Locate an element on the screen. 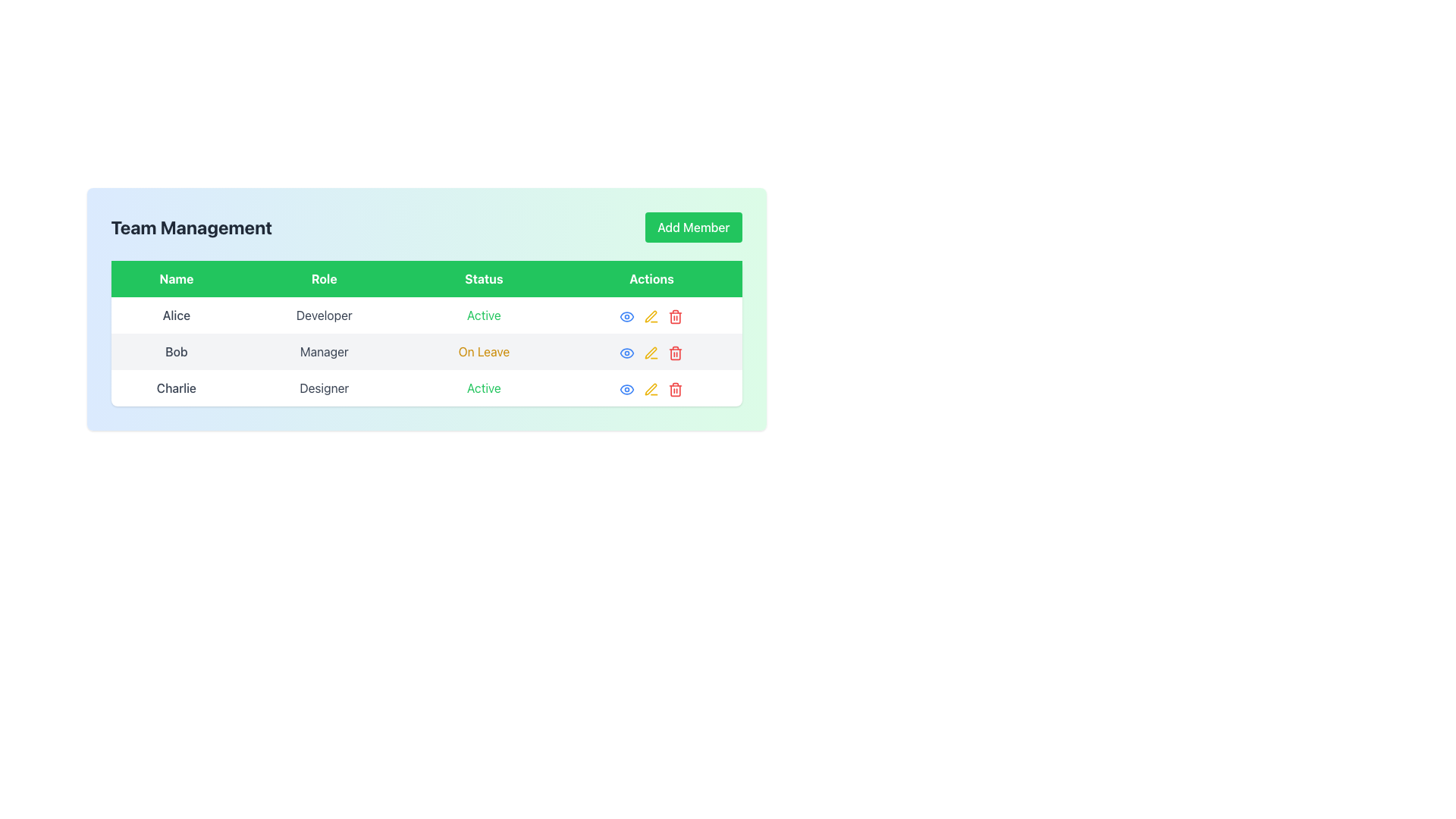 This screenshot has height=819, width=1456. or tab through the interactive icons located in the 'Actions' column of the table corresponding to 'Alice' is located at coordinates (651, 315).